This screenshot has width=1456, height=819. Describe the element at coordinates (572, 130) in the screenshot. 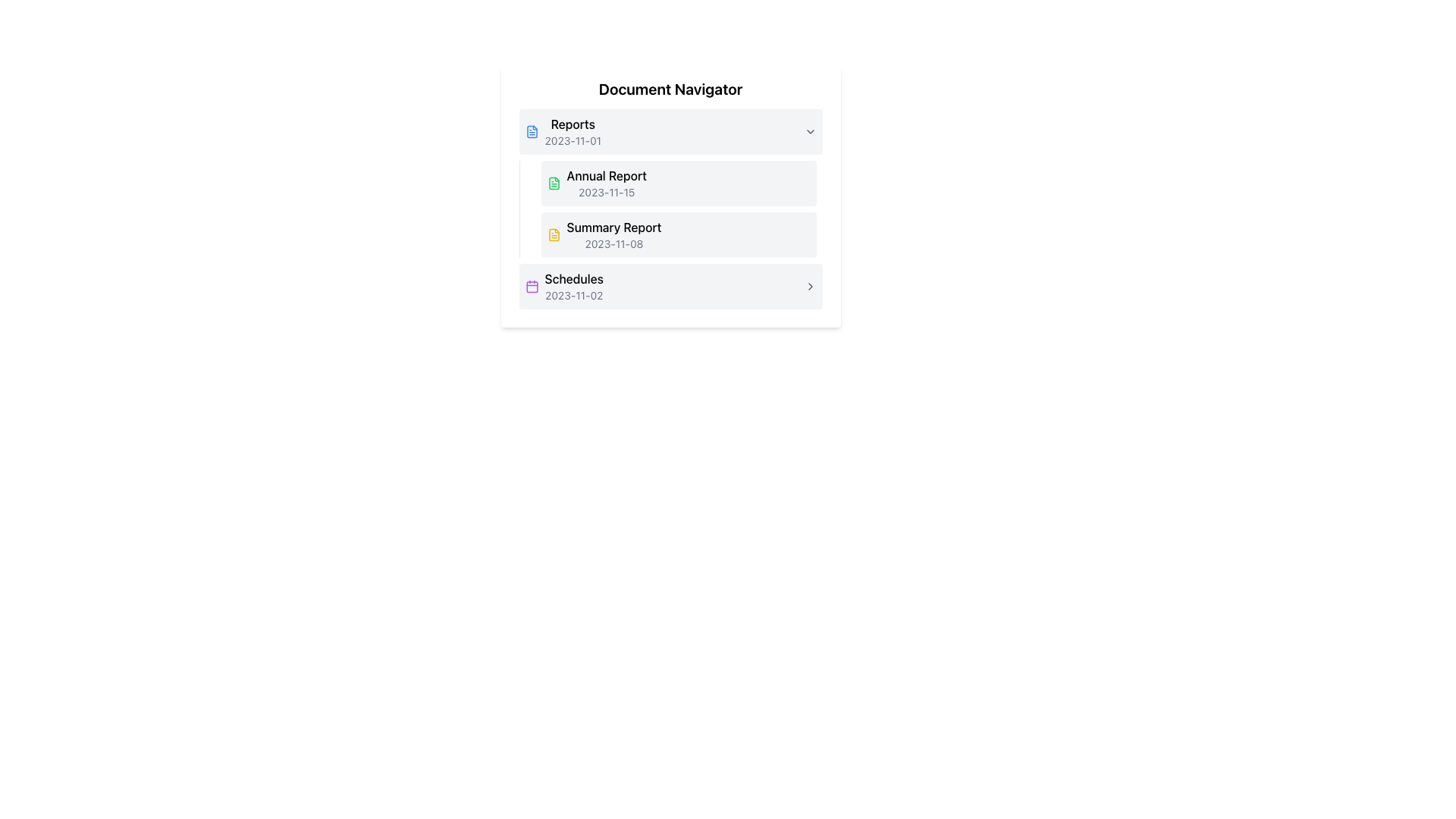

I see `the first List item in the Document Navigator sidebar menu that displays 'Reports' and '2023-11-01'` at that location.